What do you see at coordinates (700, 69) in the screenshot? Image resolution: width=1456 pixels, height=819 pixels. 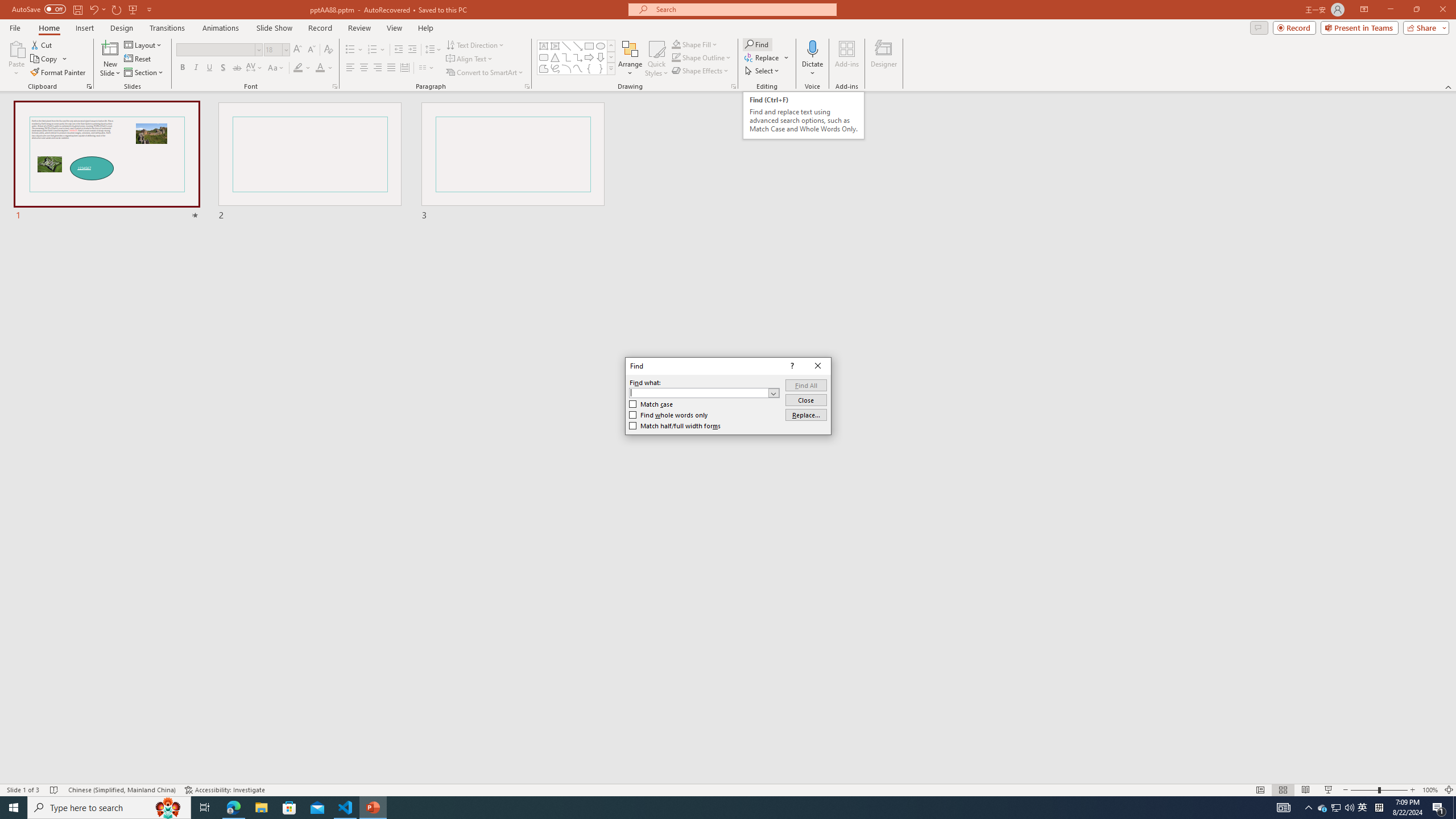 I see `'Shape Effects'` at bounding box center [700, 69].